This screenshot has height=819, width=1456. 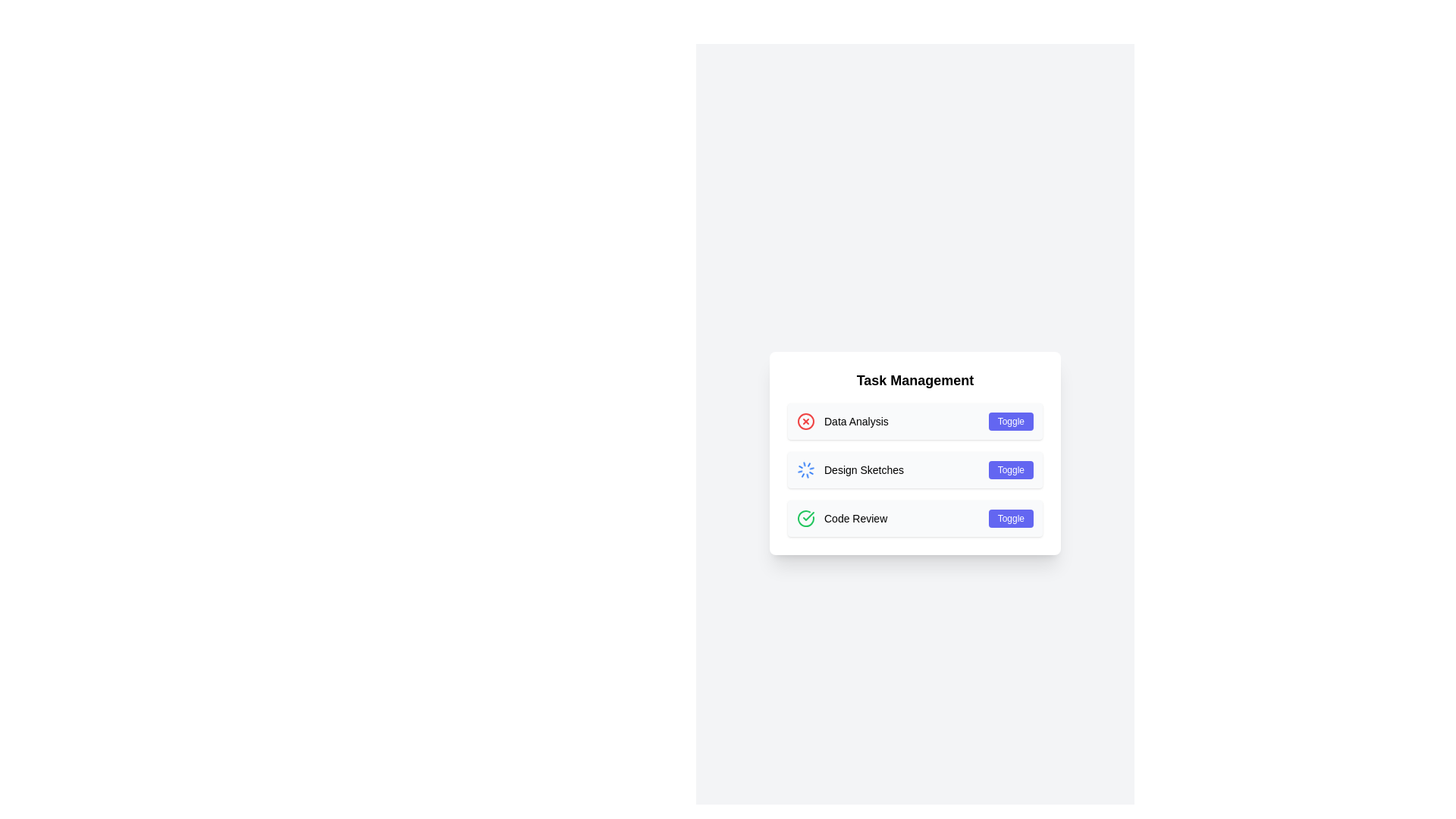 What do you see at coordinates (850, 469) in the screenshot?
I see `the 'Design Sketches' text label, which is the second item in the 'Task Management' list, adjacent to a spinning blue loader icon` at bounding box center [850, 469].